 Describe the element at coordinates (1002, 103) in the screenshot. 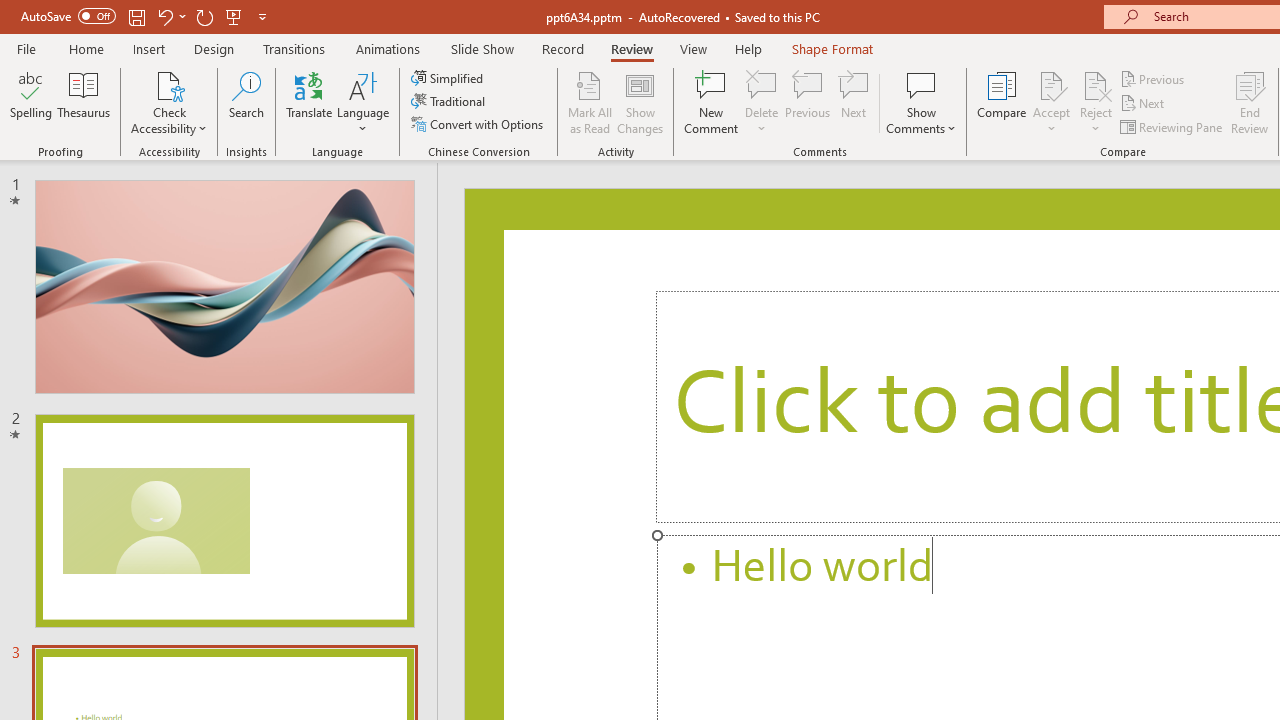

I see `'Compare'` at that location.